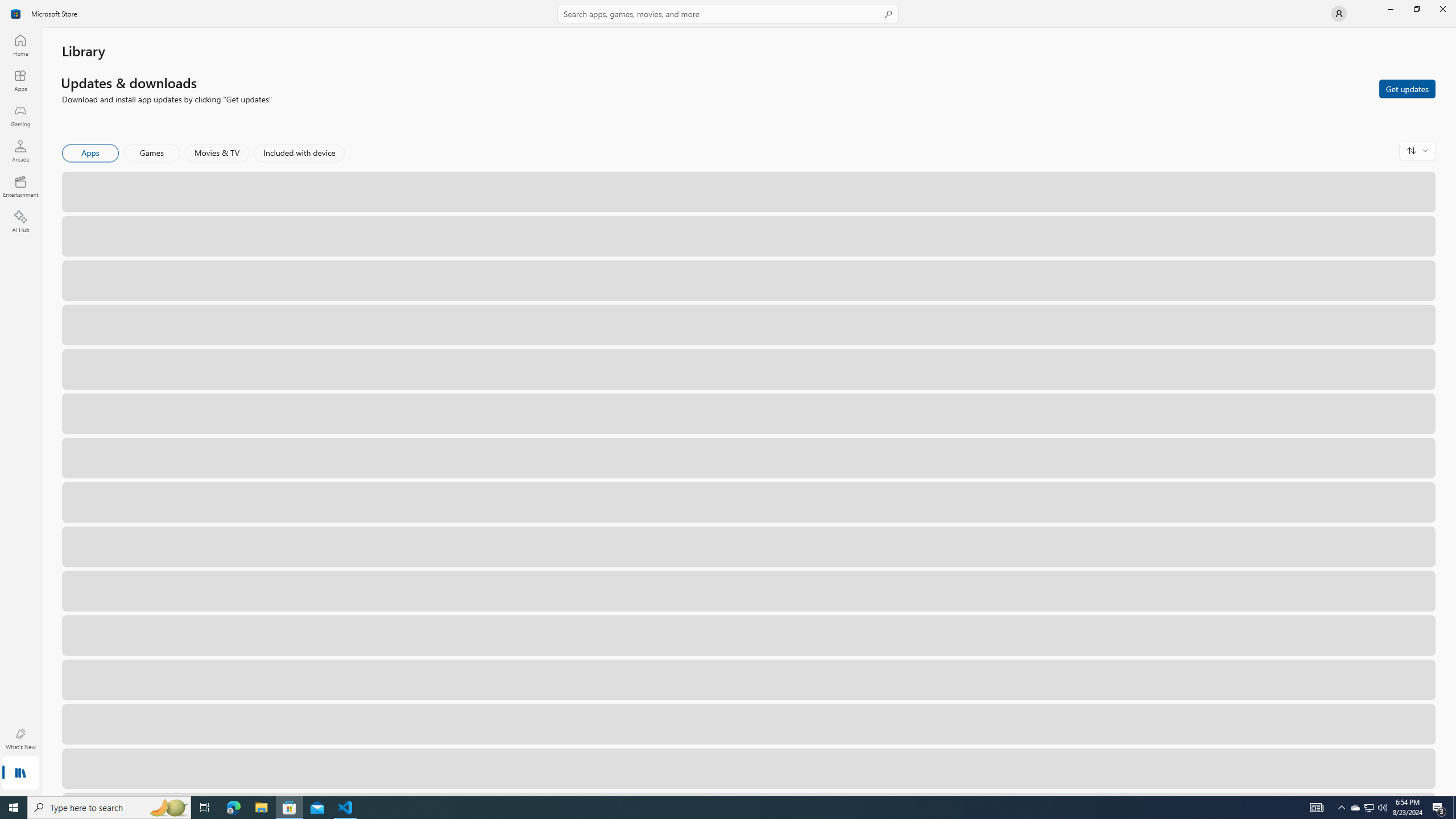 This screenshot has width=1456, height=819. I want to click on 'Apps', so click(90, 152).